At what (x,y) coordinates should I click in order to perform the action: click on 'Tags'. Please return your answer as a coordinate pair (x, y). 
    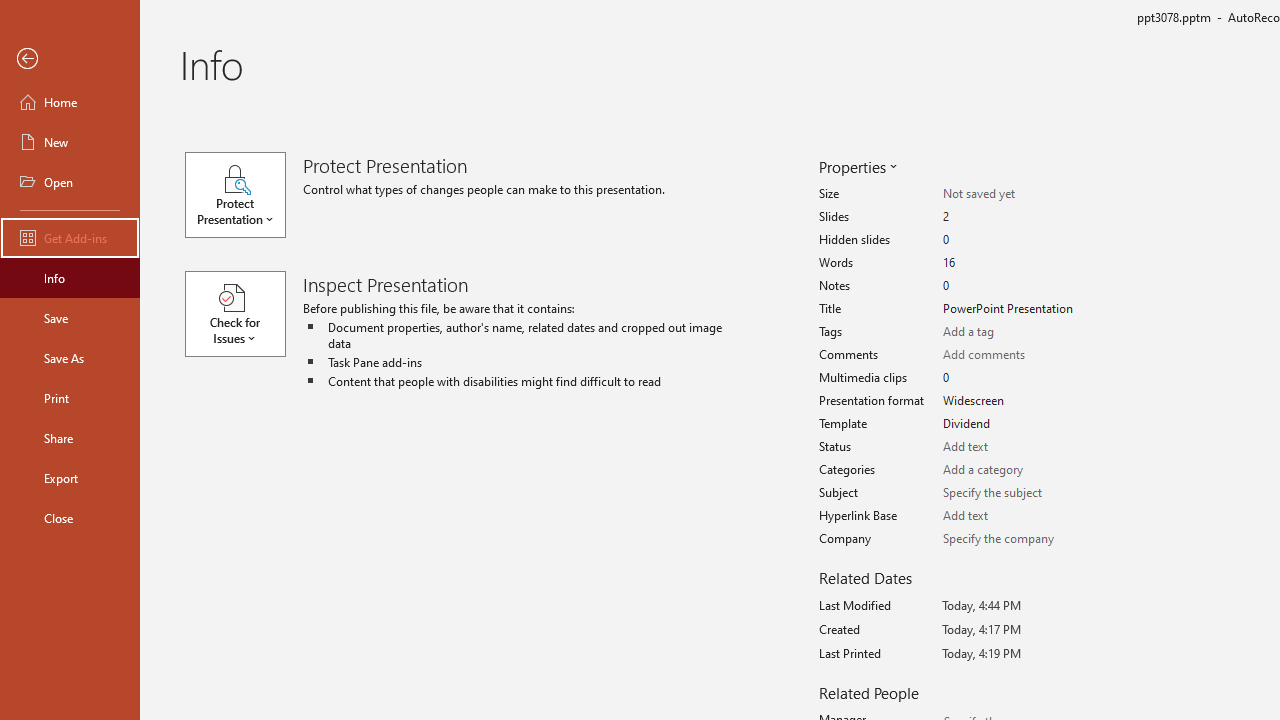
    Looking at the image, I should click on (1012, 331).